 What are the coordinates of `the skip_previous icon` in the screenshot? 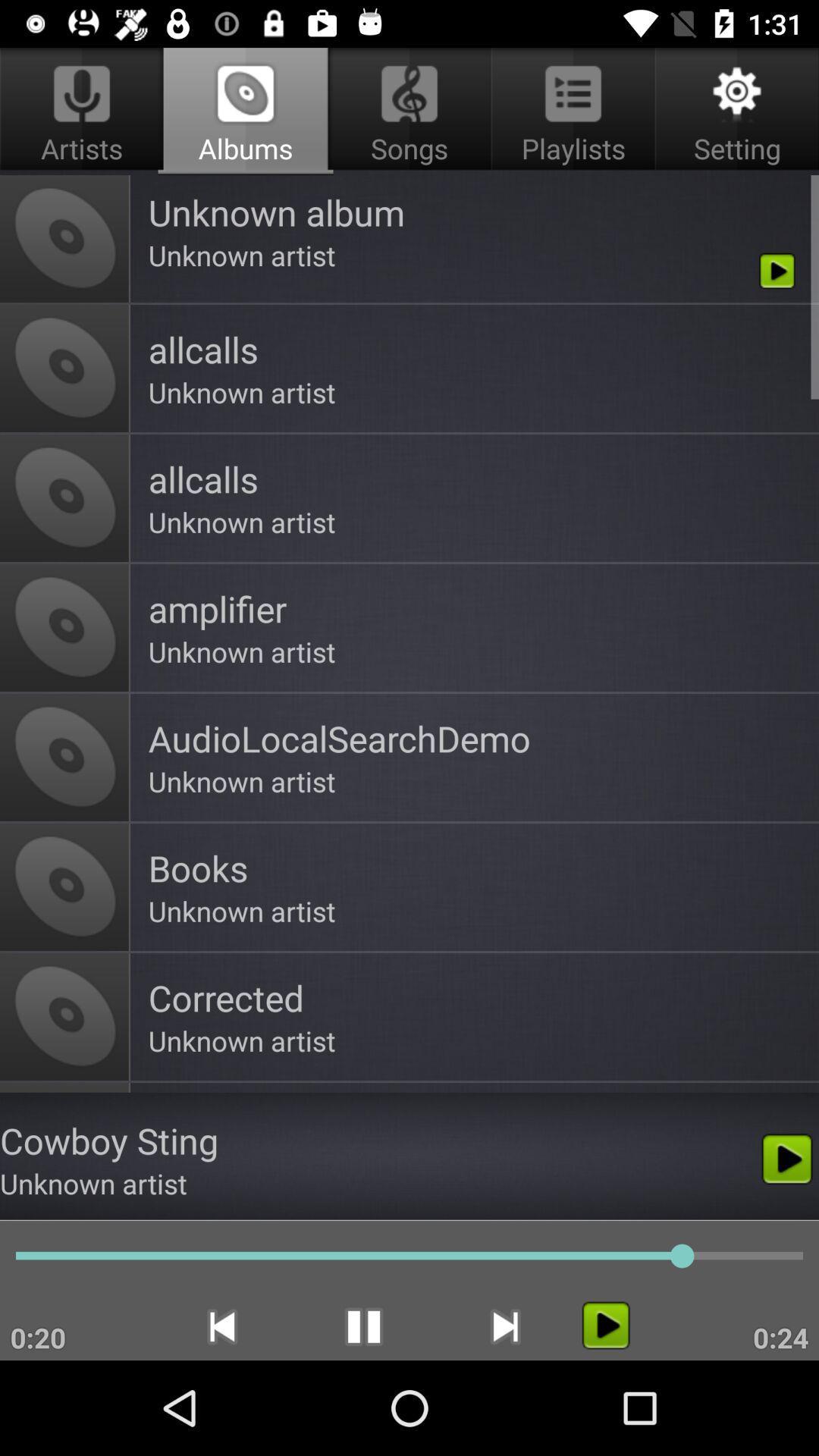 It's located at (221, 1326).